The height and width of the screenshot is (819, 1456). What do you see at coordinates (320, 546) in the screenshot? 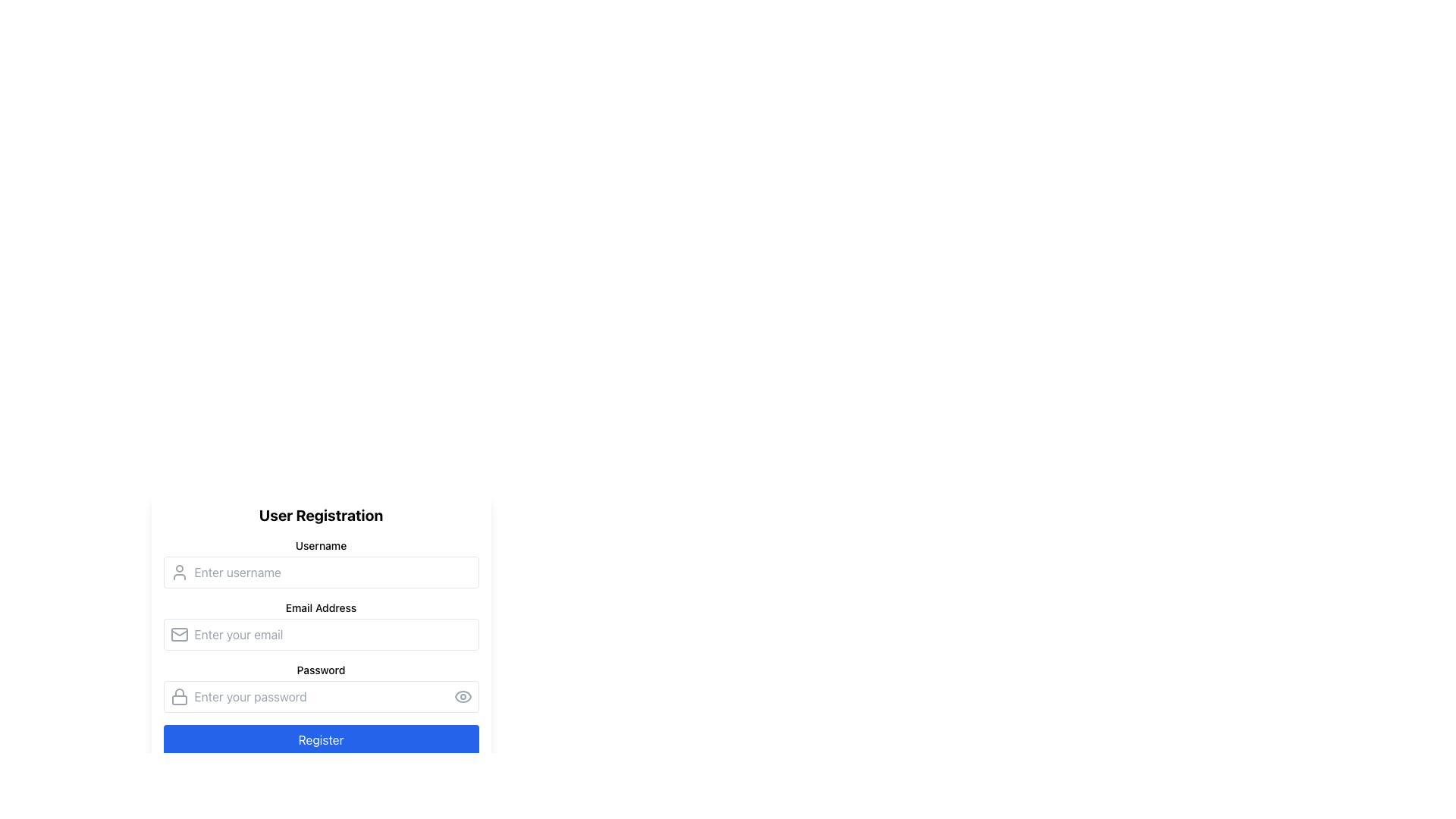
I see `'Username' label which is a medium-weight text label located above the input field for username entry` at bounding box center [320, 546].